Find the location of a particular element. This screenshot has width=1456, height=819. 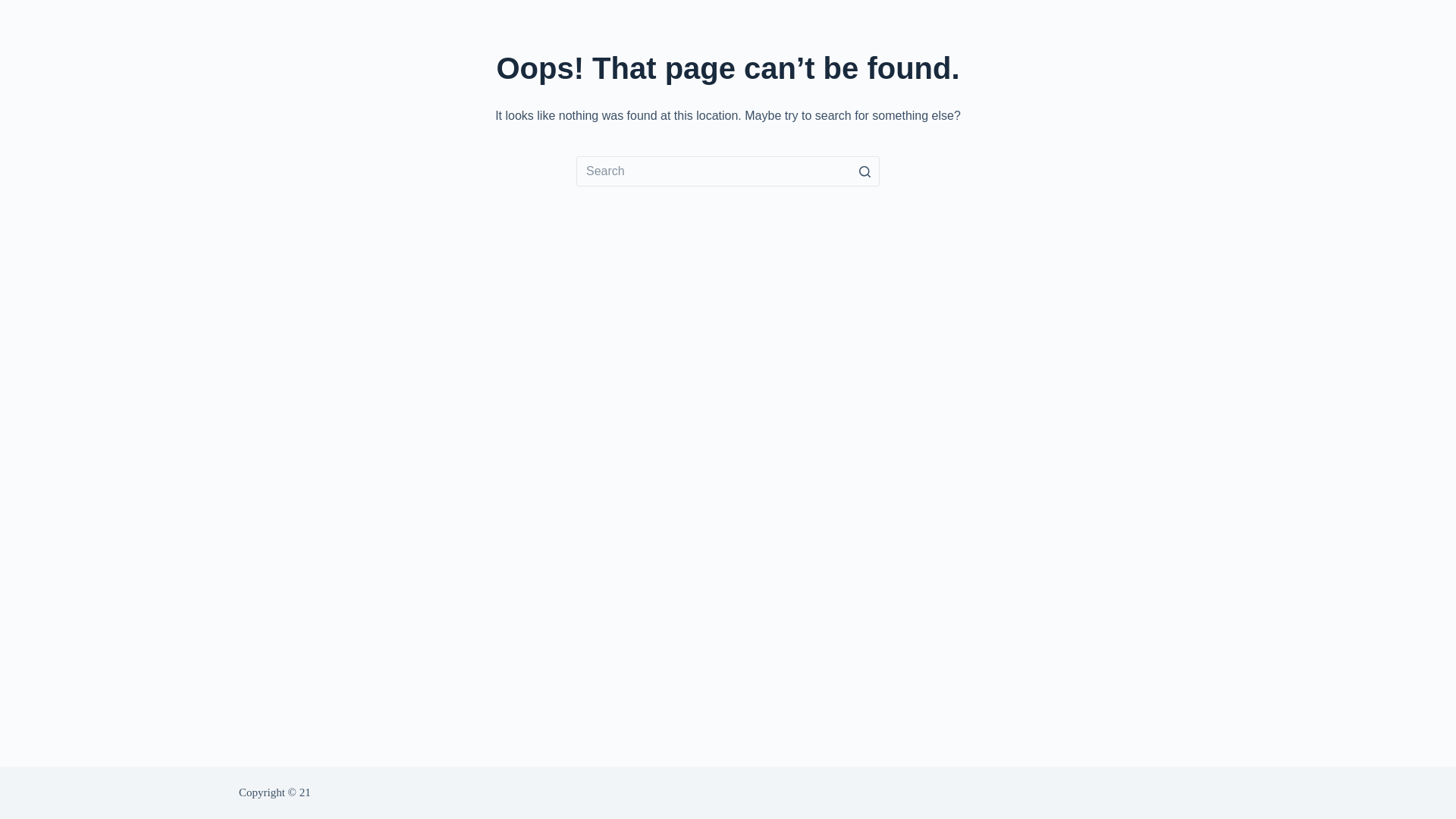

'Skip to content' is located at coordinates (14, 8).